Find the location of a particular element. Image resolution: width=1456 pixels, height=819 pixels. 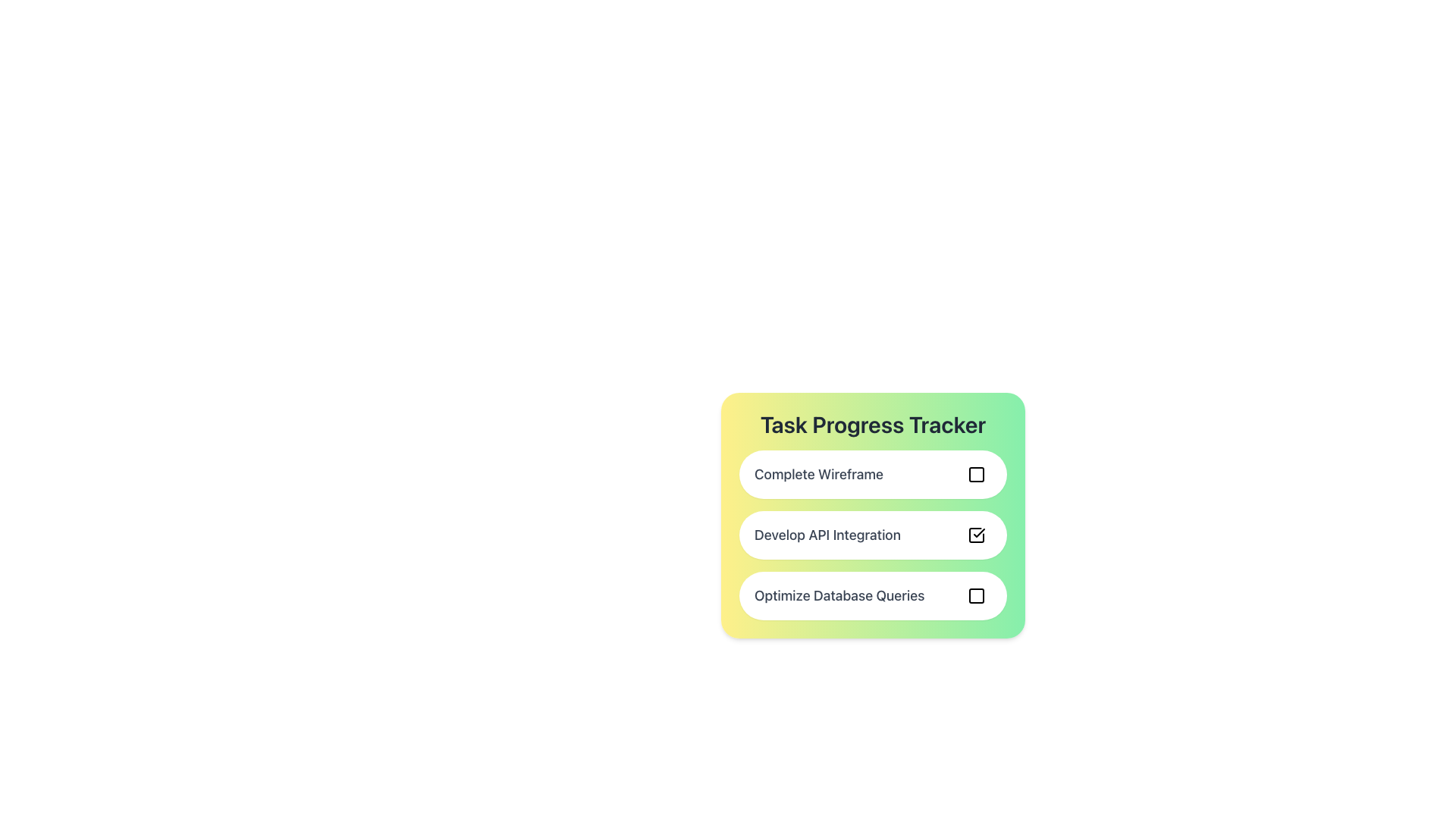

the task progress tracker for 'Develop API Integration' is located at coordinates (873, 514).